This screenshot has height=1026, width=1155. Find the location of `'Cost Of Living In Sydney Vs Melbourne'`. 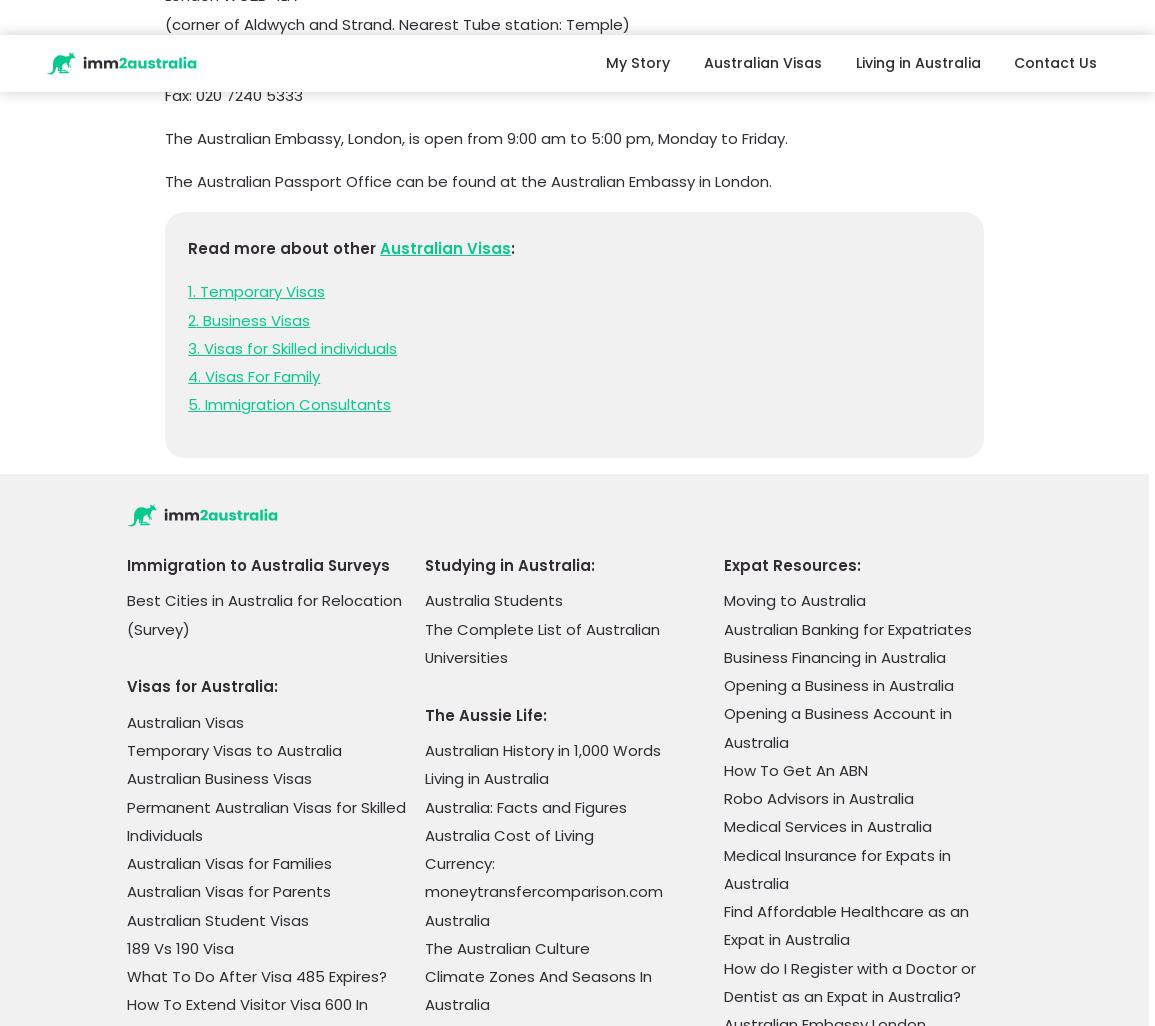

'Cost Of Living In Sydney Vs Melbourne' is located at coordinates (862, 245).